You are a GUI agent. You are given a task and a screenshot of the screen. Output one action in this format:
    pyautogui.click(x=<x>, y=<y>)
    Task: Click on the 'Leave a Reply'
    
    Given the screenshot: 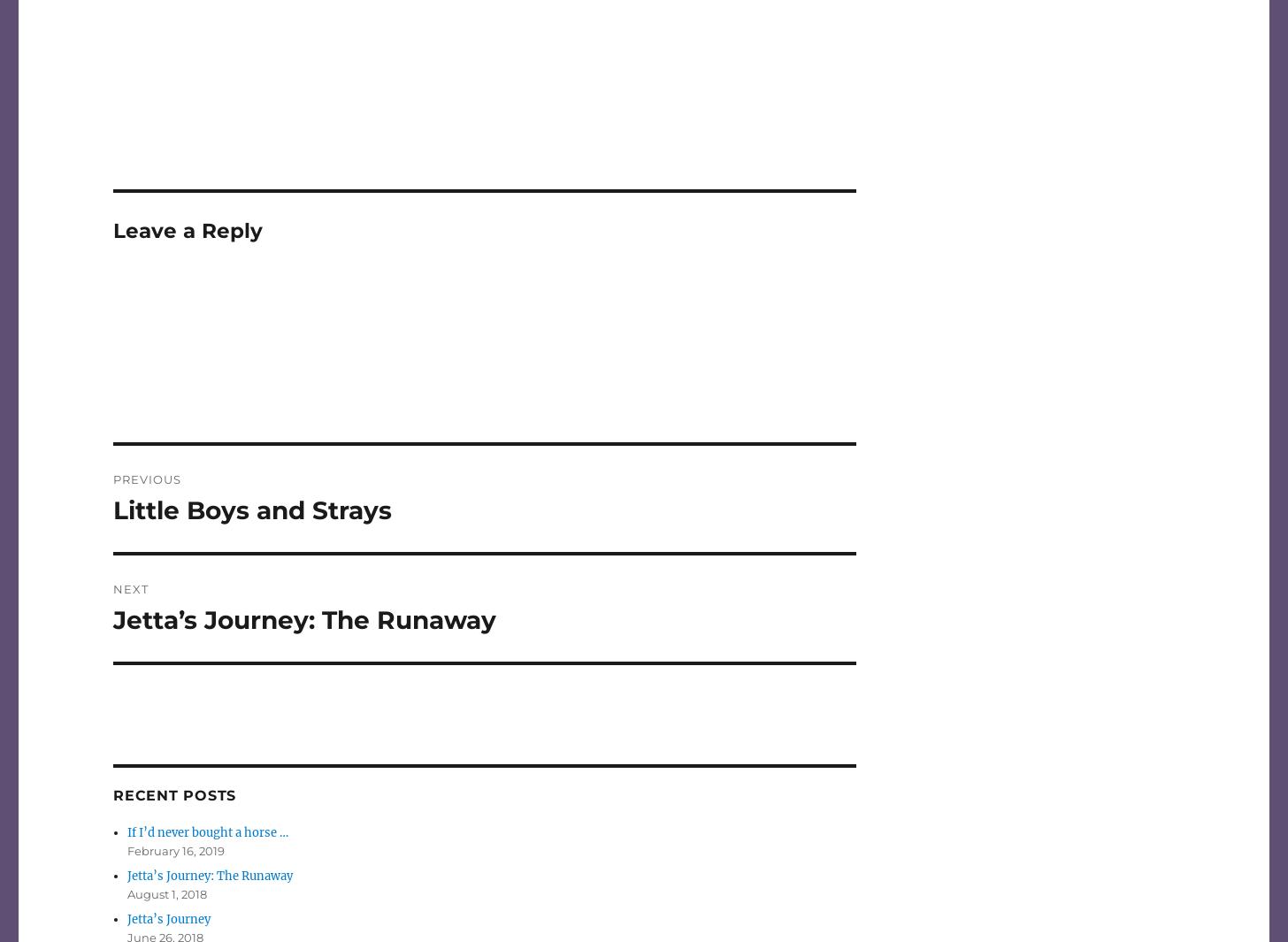 What is the action you would take?
    pyautogui.click(x=188, y=230)
    